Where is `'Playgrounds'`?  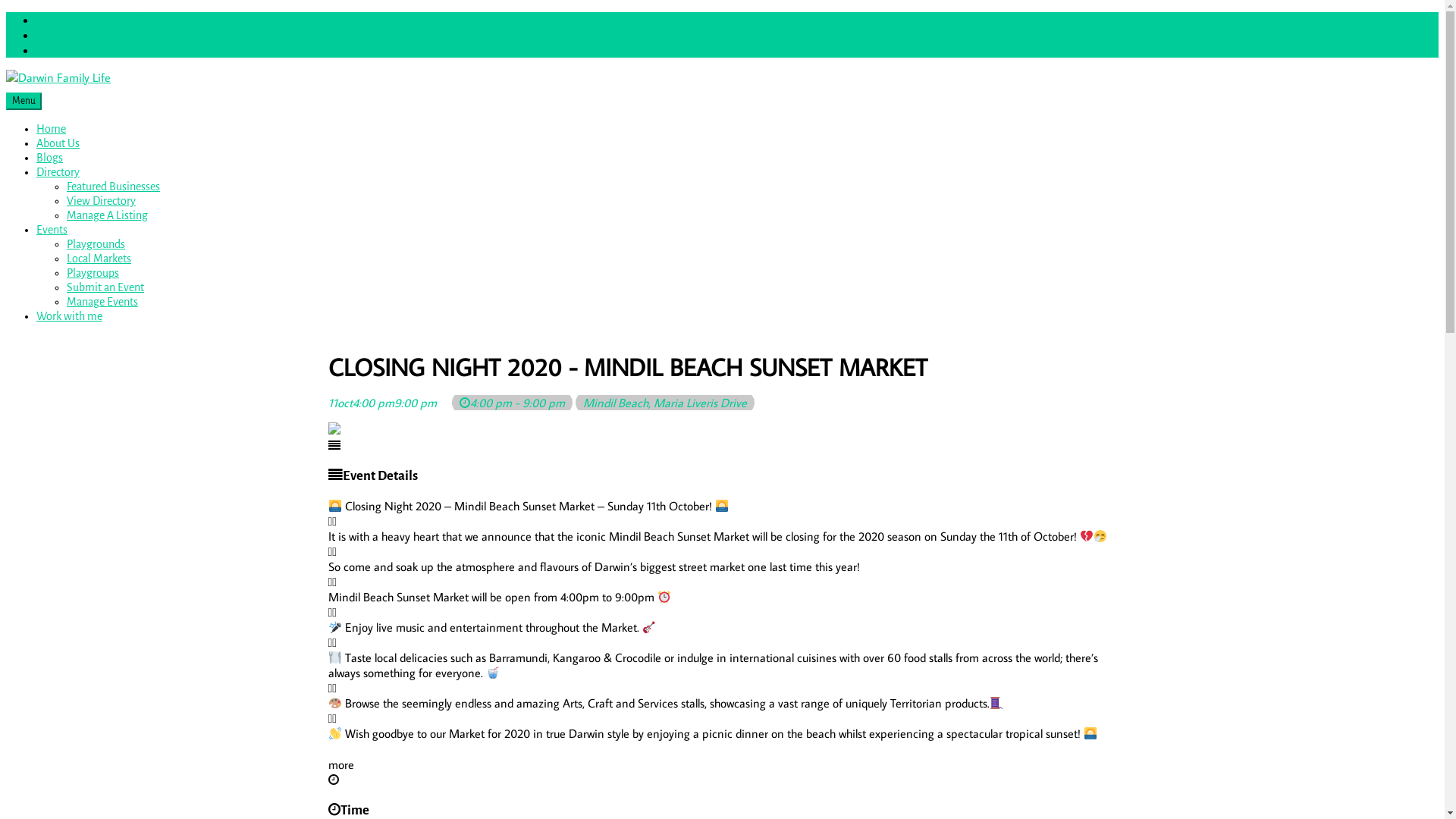 'Playgrounds' is located at coordinates (95, 243).